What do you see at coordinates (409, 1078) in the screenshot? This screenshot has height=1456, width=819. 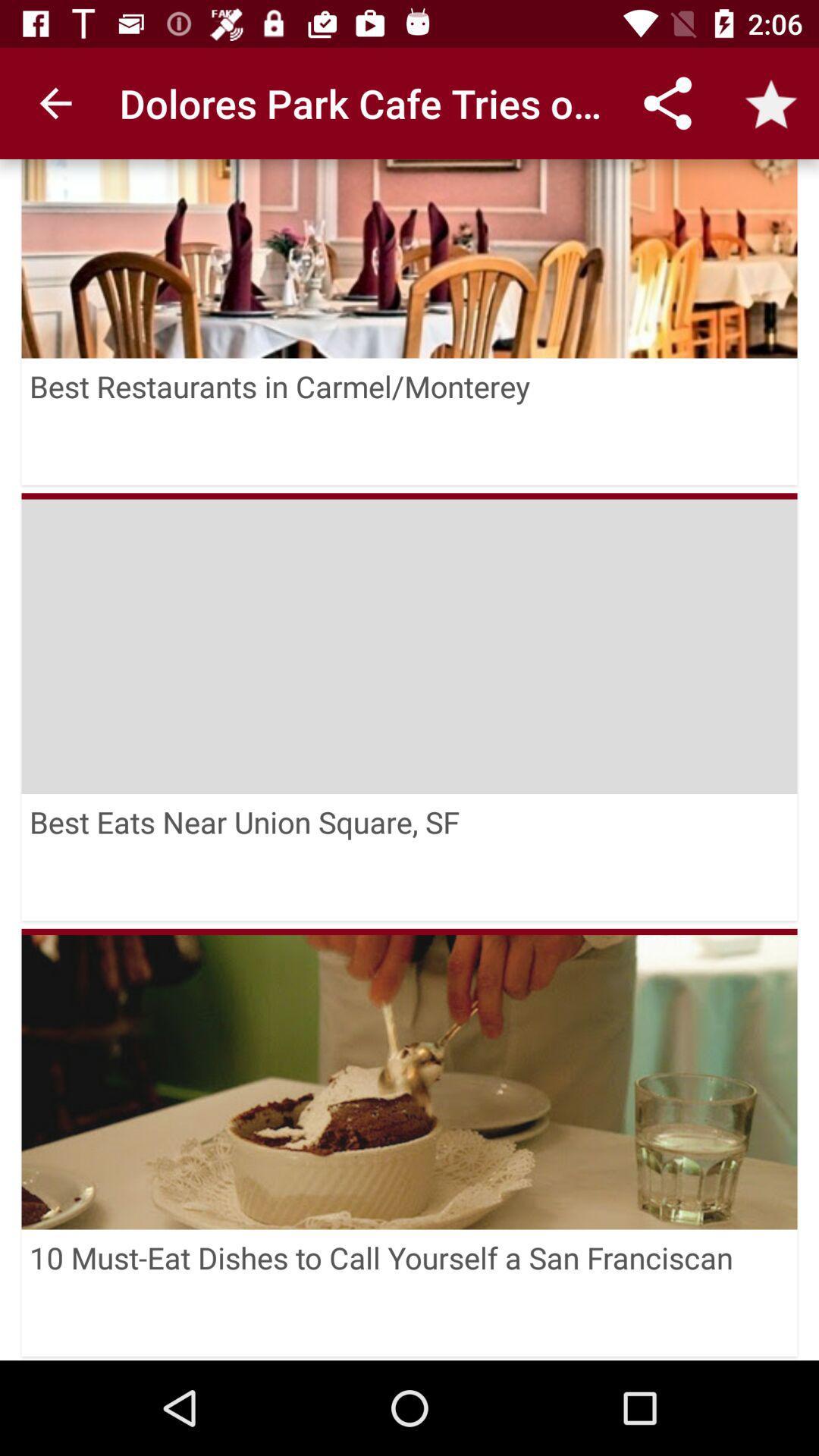 I see `item above the 10 must eat item` at bounding box center [409, 1078].